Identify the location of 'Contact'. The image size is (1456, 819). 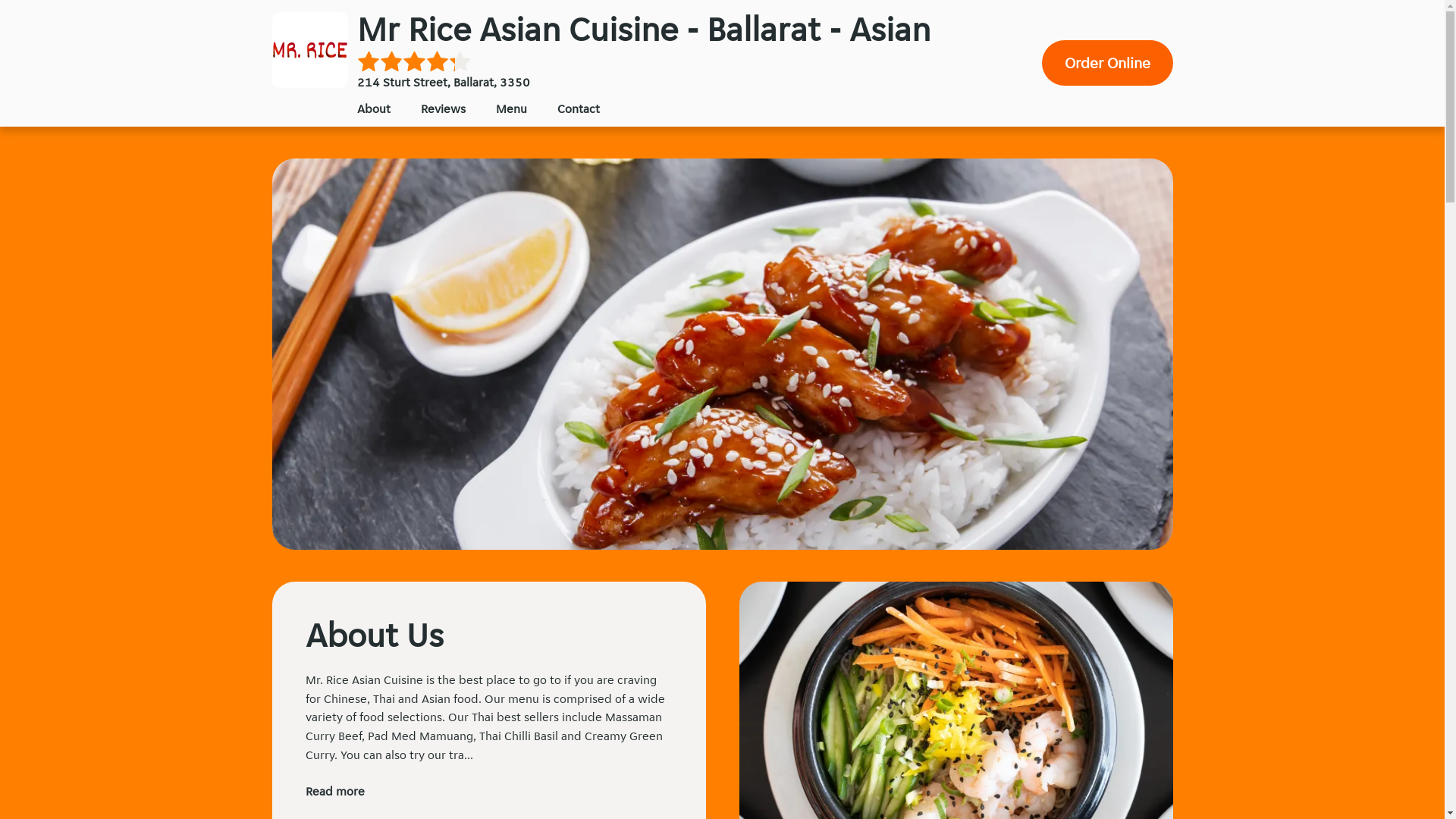
(577, 108).